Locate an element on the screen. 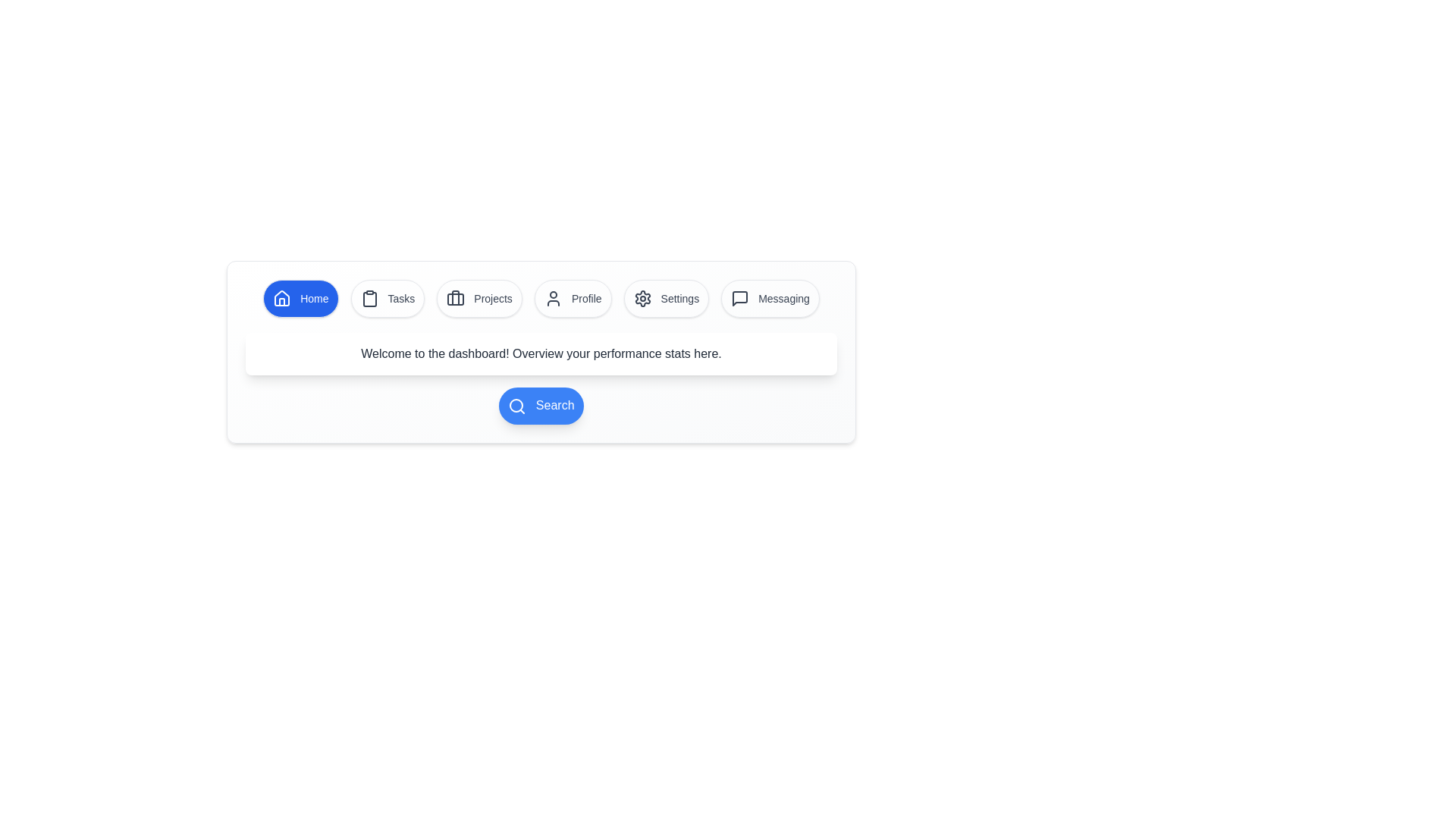 Image resolution: width=1456 pixels, height=819 pixels. the clipboard icon, which visually represents a clipboard and is positioned in the upper section of the interface is located at coordinates (369, 299).